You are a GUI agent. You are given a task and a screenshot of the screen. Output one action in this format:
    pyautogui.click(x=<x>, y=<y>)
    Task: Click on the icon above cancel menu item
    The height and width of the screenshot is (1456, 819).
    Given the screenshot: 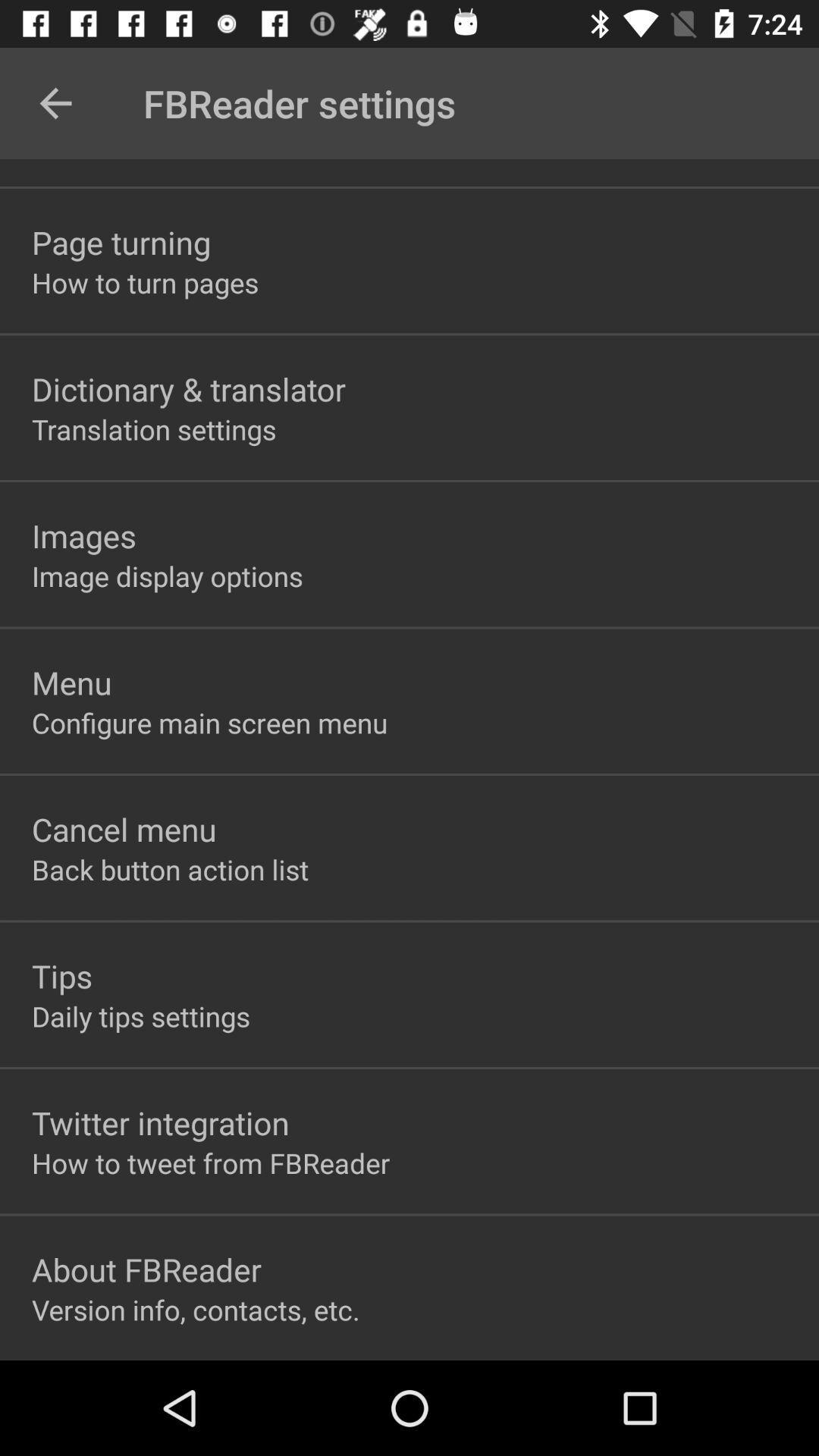 What is the action you would take?
    pyautogui.click(x=209, y=722)
    